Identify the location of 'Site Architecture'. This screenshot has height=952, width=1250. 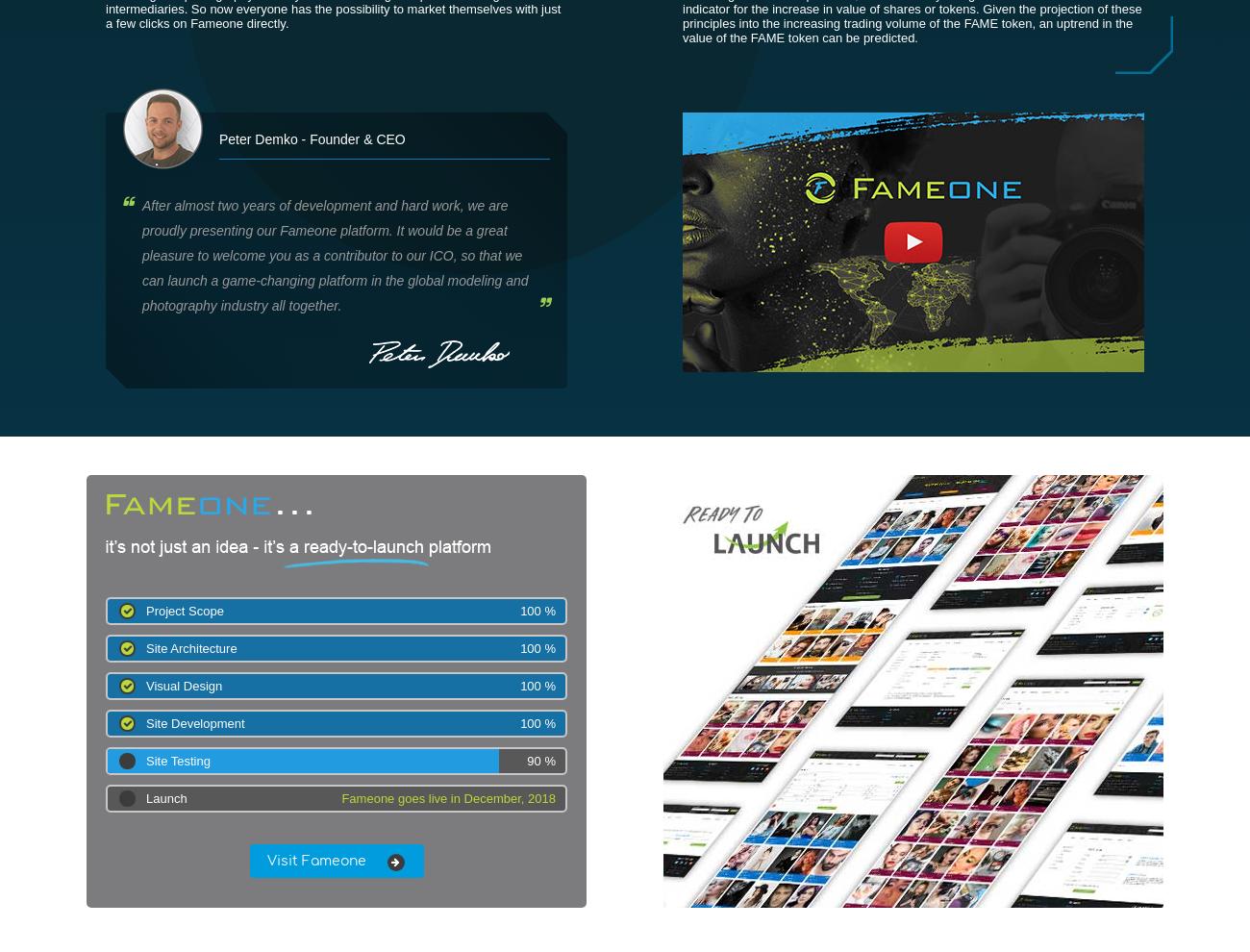
(144, 648).